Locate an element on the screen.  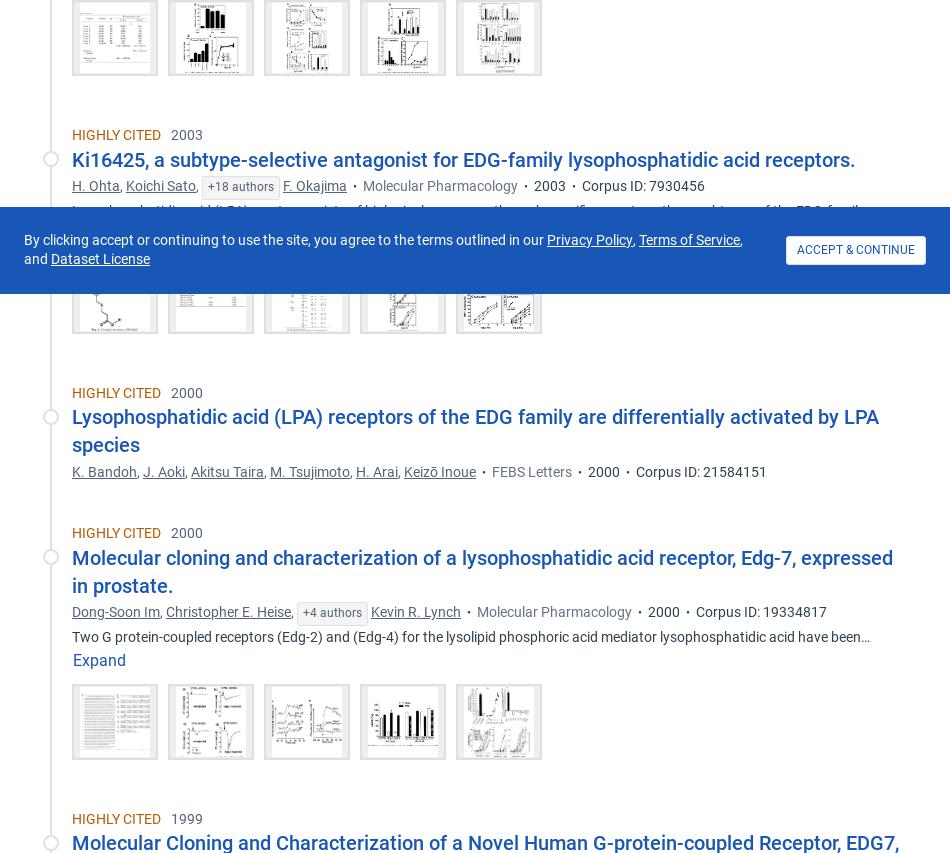
'Molecular cloning and characterization of a lysophosphatidic acid receptor, Edg-7, expressed in prostate.' is located at coordinates (482, 571).